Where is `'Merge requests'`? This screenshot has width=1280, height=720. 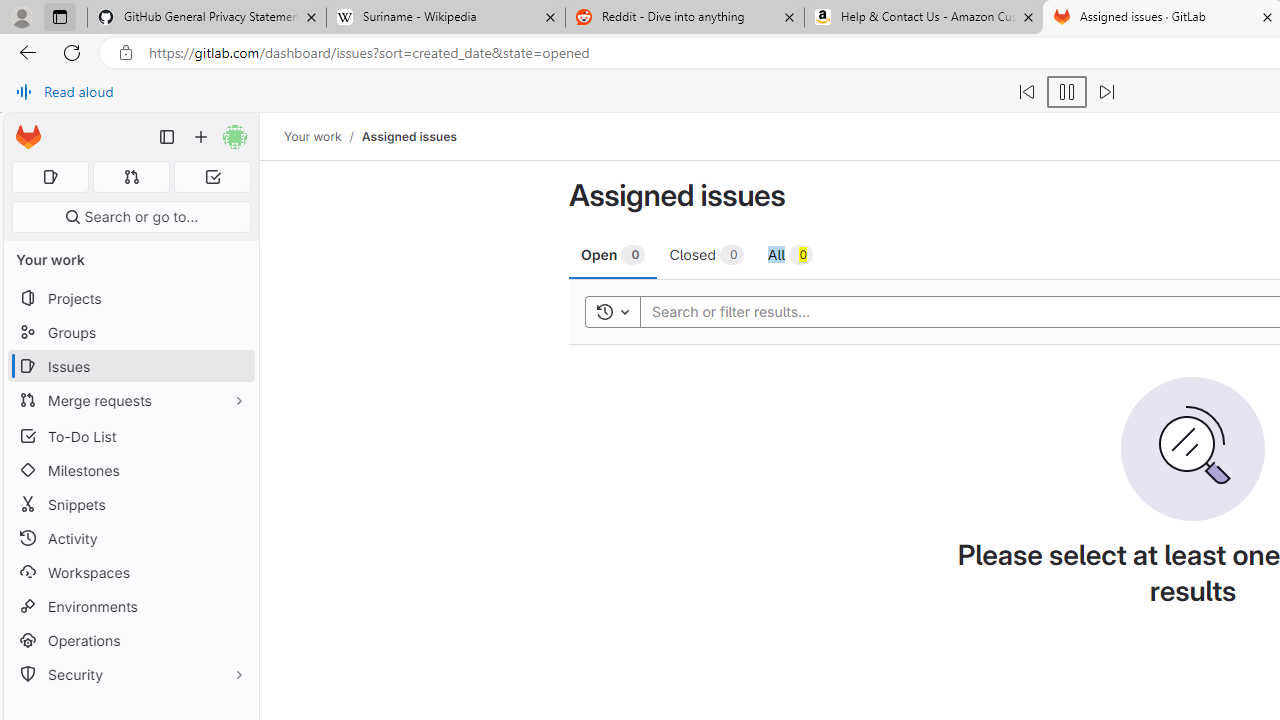
'Merge requests' is located at coordinates (130, 400).